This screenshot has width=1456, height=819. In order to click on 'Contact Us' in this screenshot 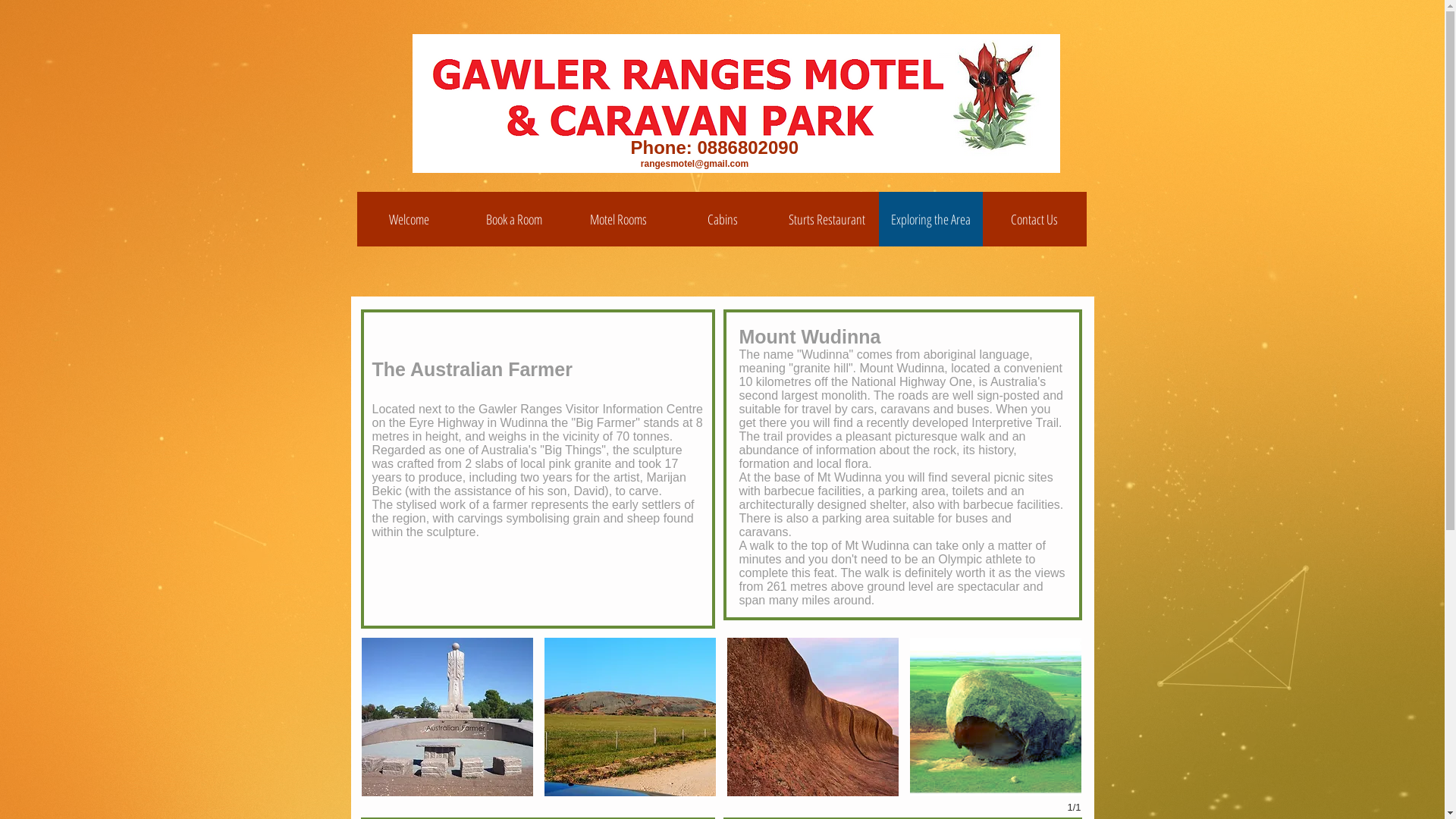, I will do `click(1034, 219)`.